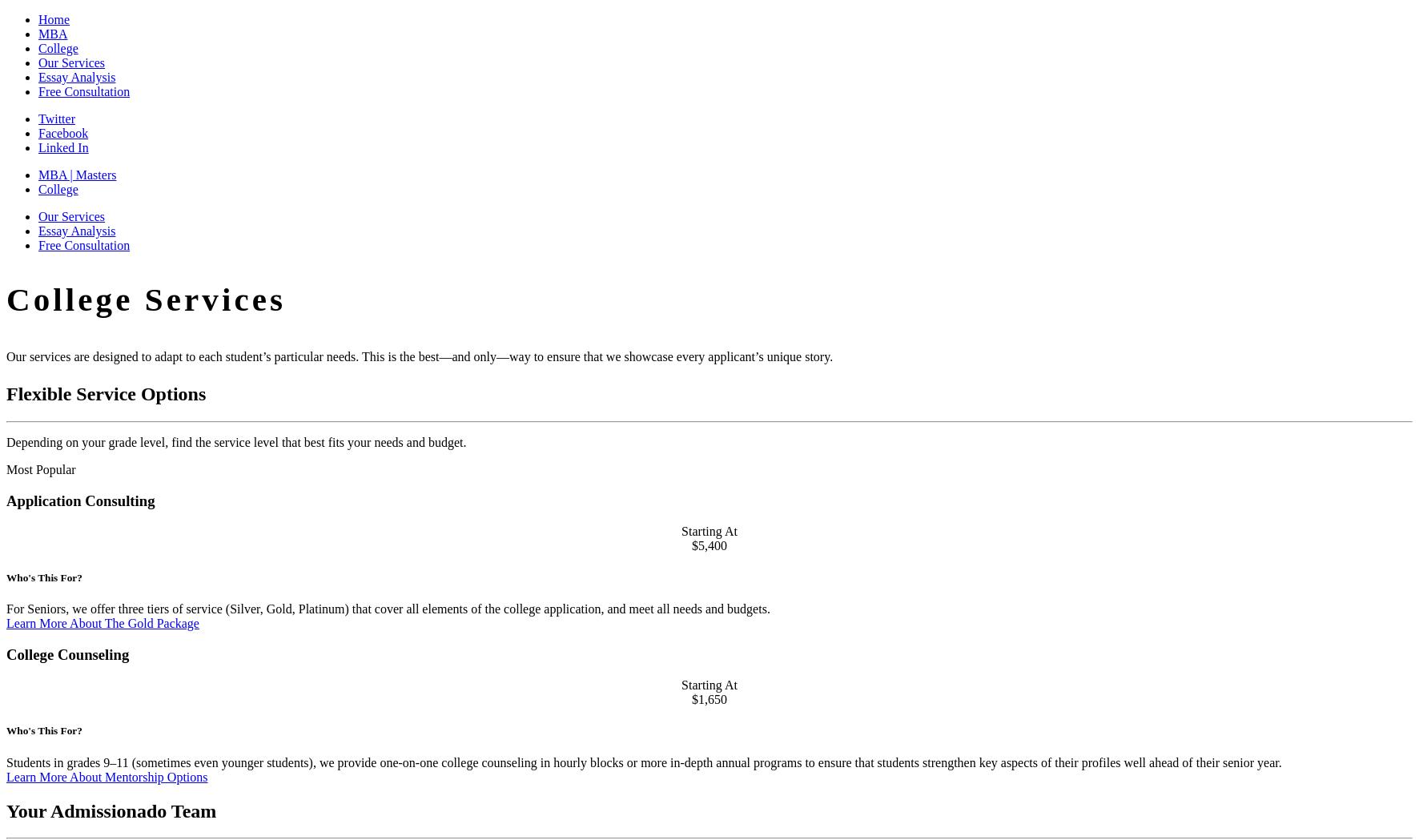 The image size is (1419, 840). Describe the element at coordinates (106, 392) in the screenshot. I see `'Flexible Service Options'` at that location.